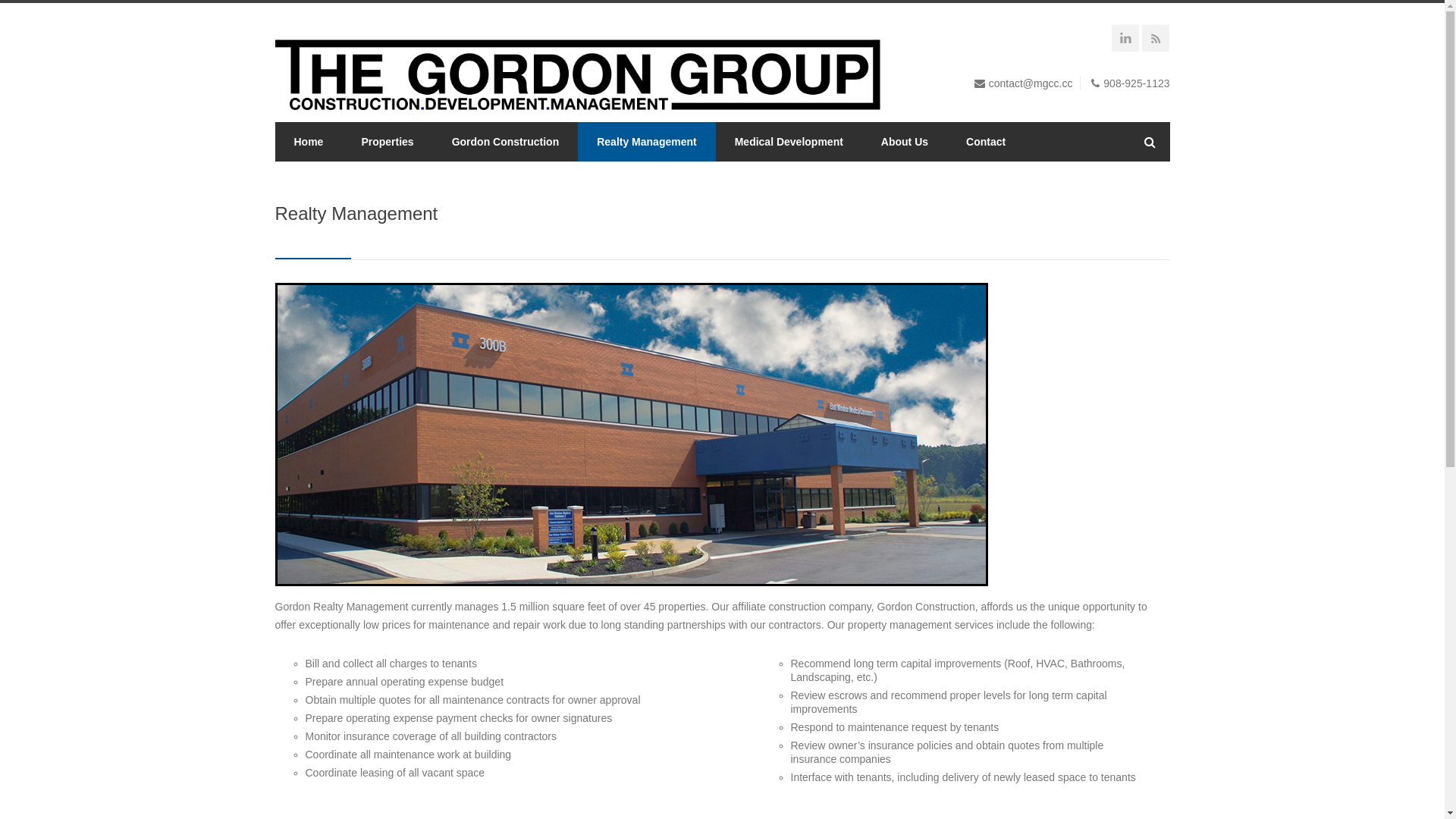 Image resolution: width=1456 pixels, height=819 pixels. What do you see at coordinates (646, 141) in the screenshot?
I see `'Realty Management'` at bounding box center [646, 141].